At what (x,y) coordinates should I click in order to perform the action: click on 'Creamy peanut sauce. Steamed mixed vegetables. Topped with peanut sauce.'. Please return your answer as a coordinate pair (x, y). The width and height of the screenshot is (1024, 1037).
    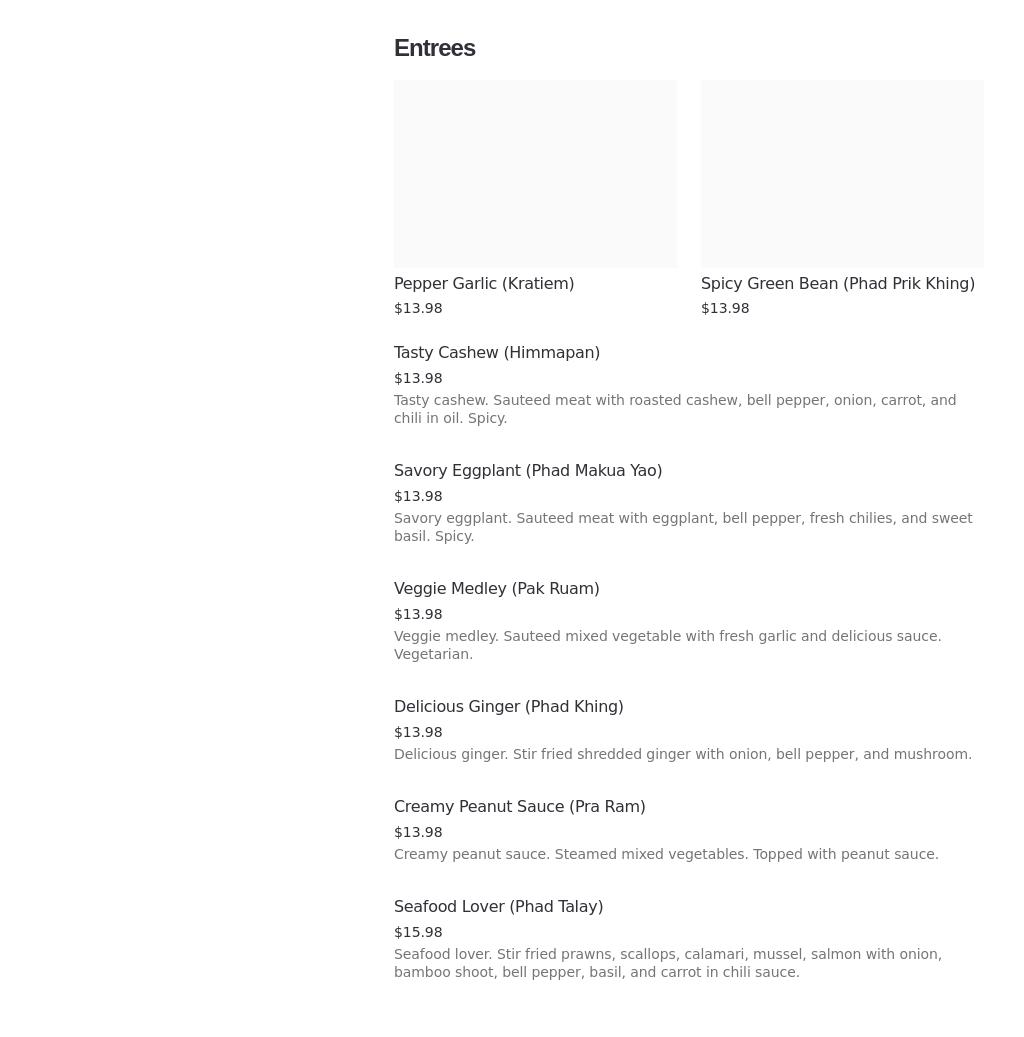
    Looking at the image, I should click on (665, 853).